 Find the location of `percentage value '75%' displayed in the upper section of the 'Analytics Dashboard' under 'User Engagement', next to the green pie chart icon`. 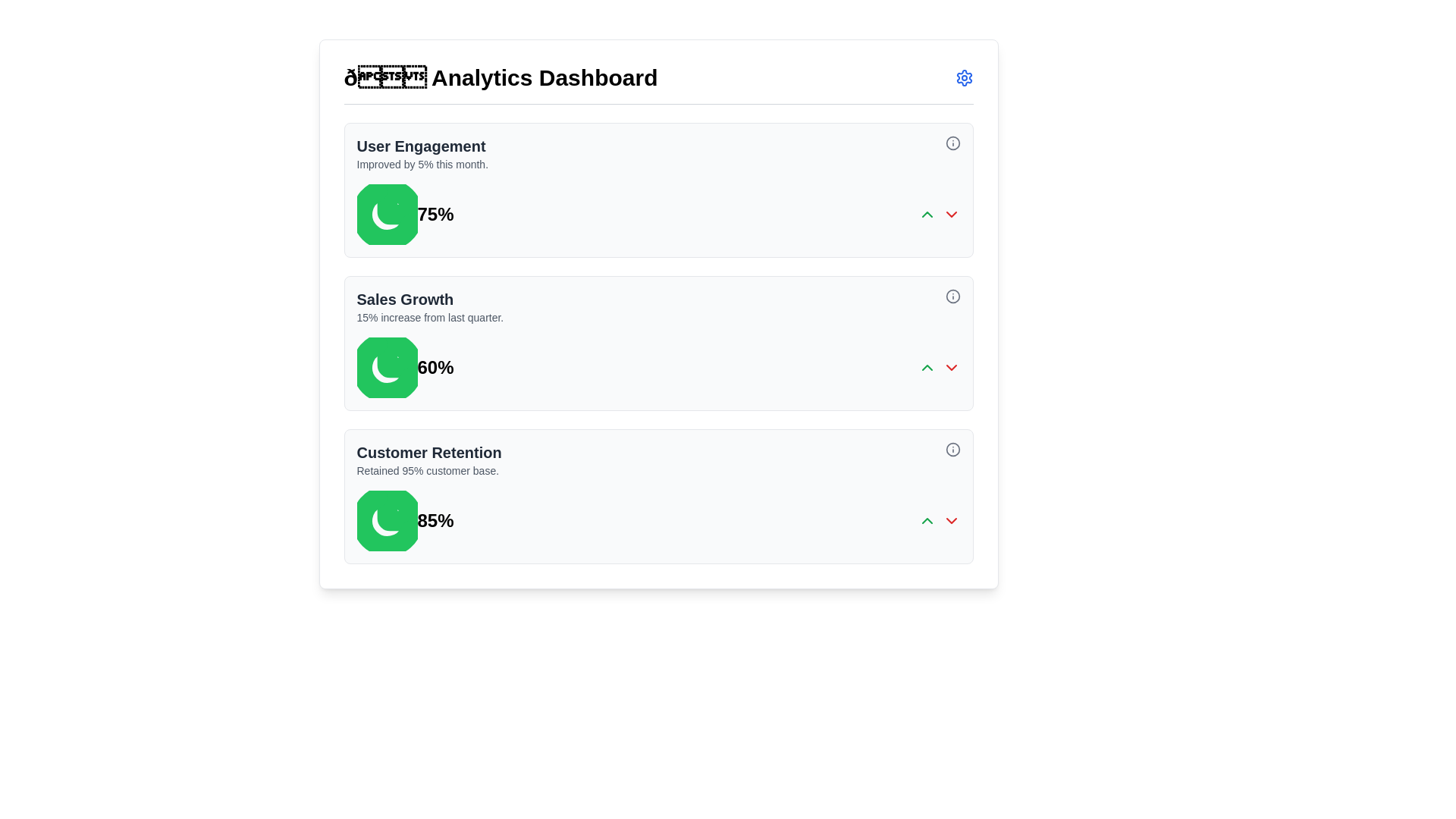

percentage value '75%' displayed in the upper section of the 'Analytics Dashboard' under 'User Engagement', next to the green pie chart icon is located at coordinates (435, 214).